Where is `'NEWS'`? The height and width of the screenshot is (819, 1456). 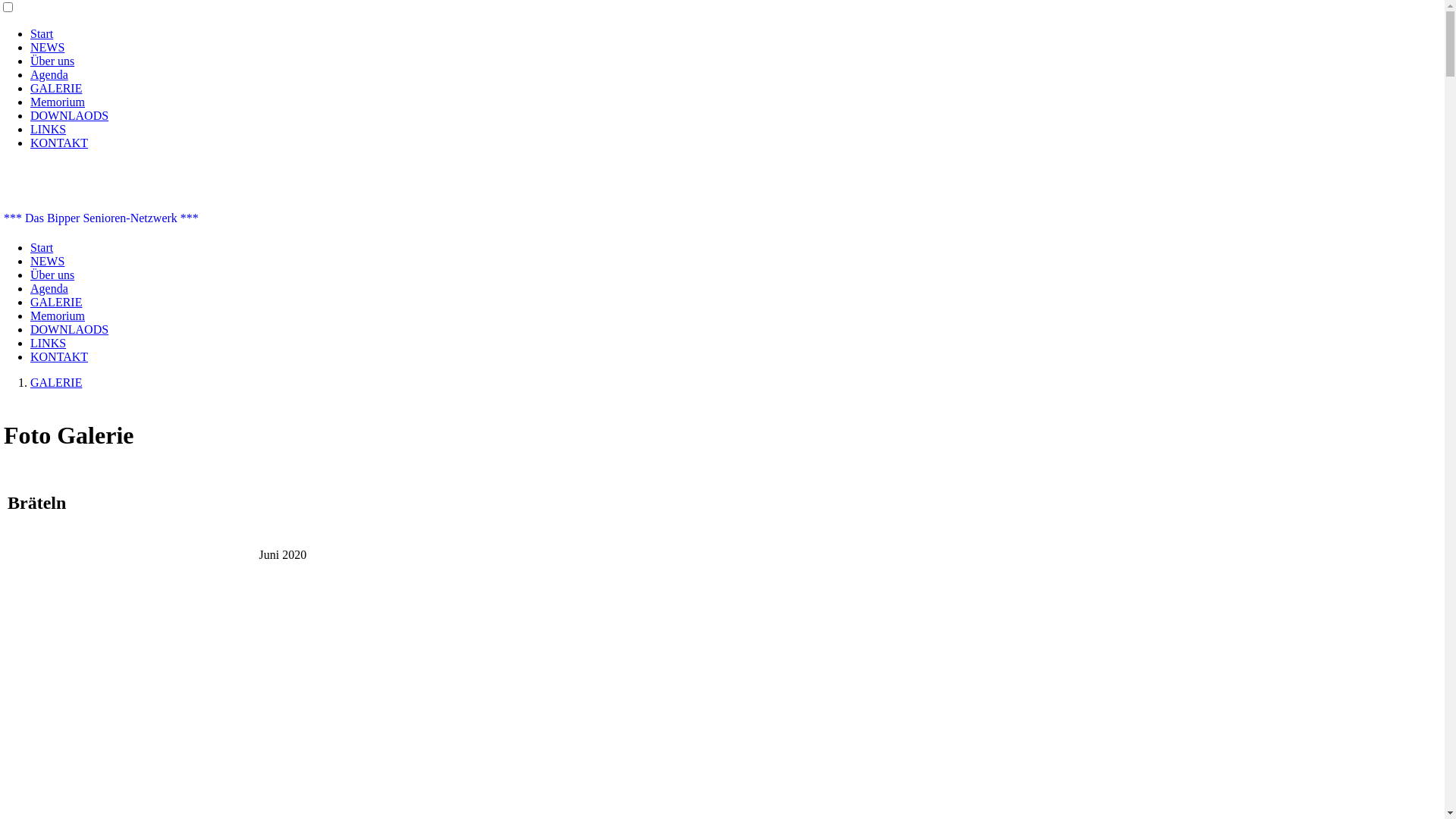 'NEWS' is located at coordinates (47, 46).